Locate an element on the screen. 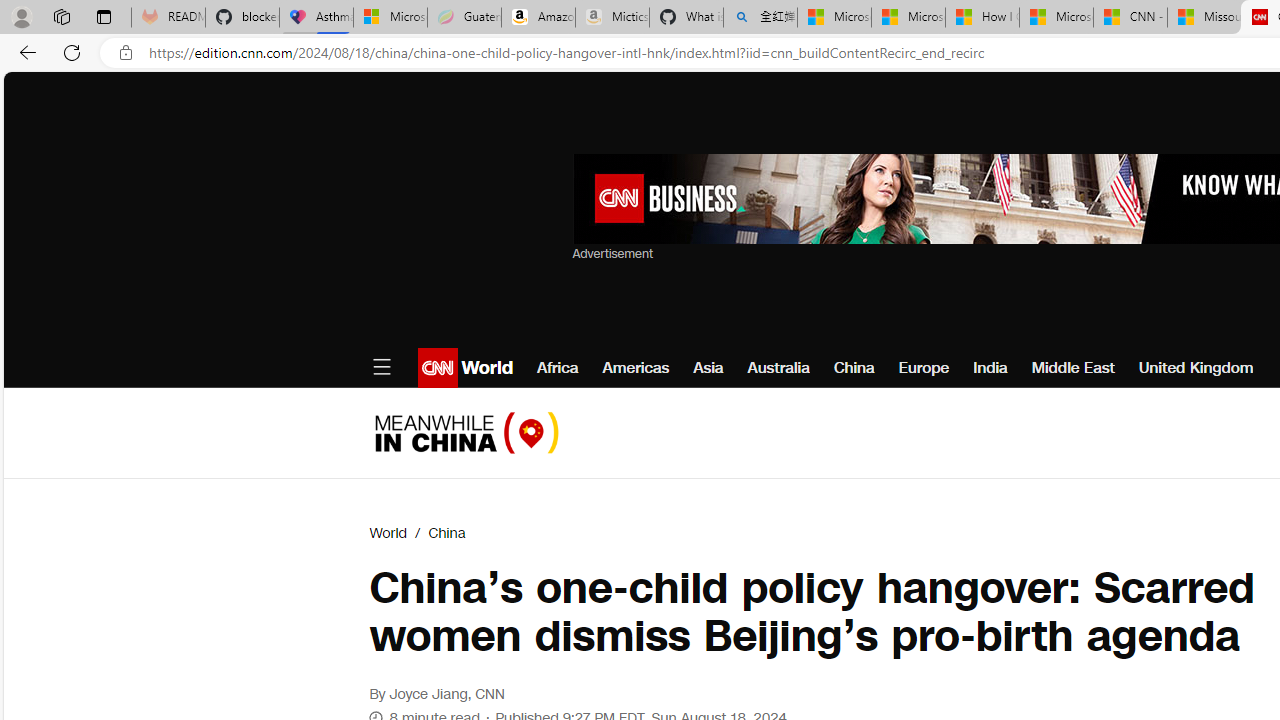 Image resolution: width=1280 pixels, height=720 pixels. 'Europe' is located at coordinates (923, 367).